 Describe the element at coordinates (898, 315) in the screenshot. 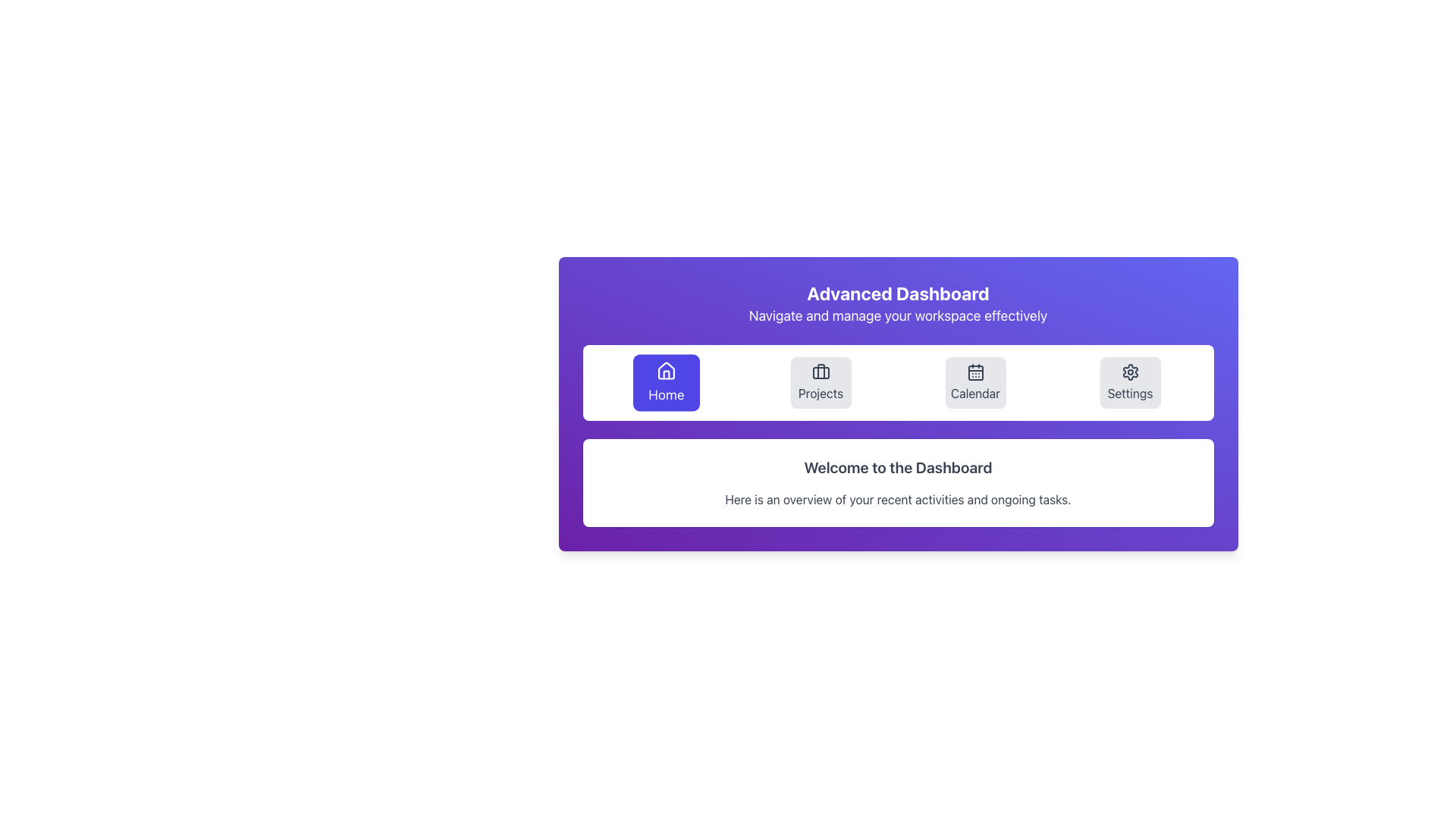

I see `the text label displaying 'Navigate and manage your workspace effectively', which is located below the 'Advanced Dashboard' title in the header area` at that location.